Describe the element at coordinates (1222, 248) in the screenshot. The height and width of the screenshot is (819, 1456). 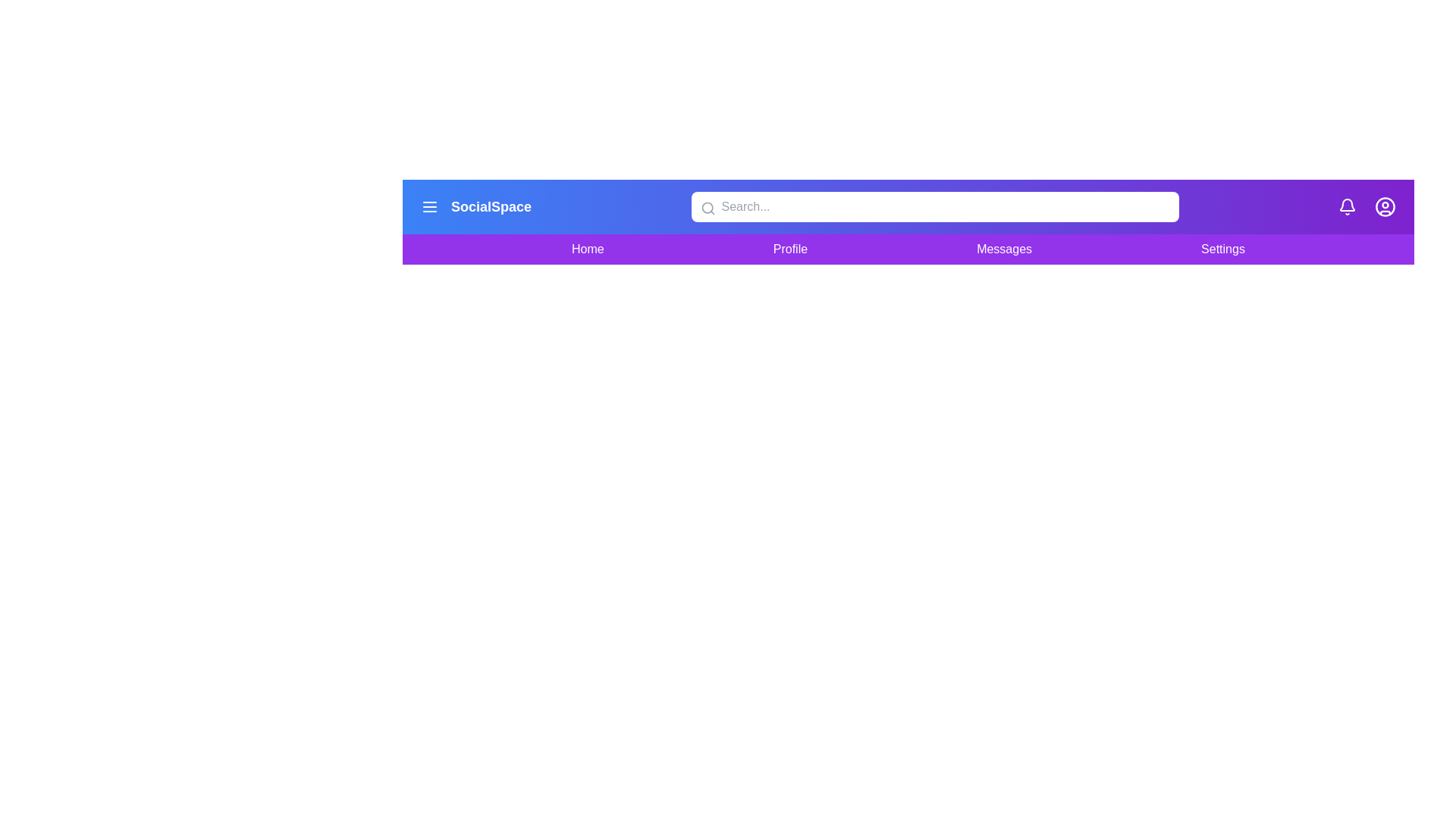
I see `the navigation link Settings to observe visual feedback` at that location.